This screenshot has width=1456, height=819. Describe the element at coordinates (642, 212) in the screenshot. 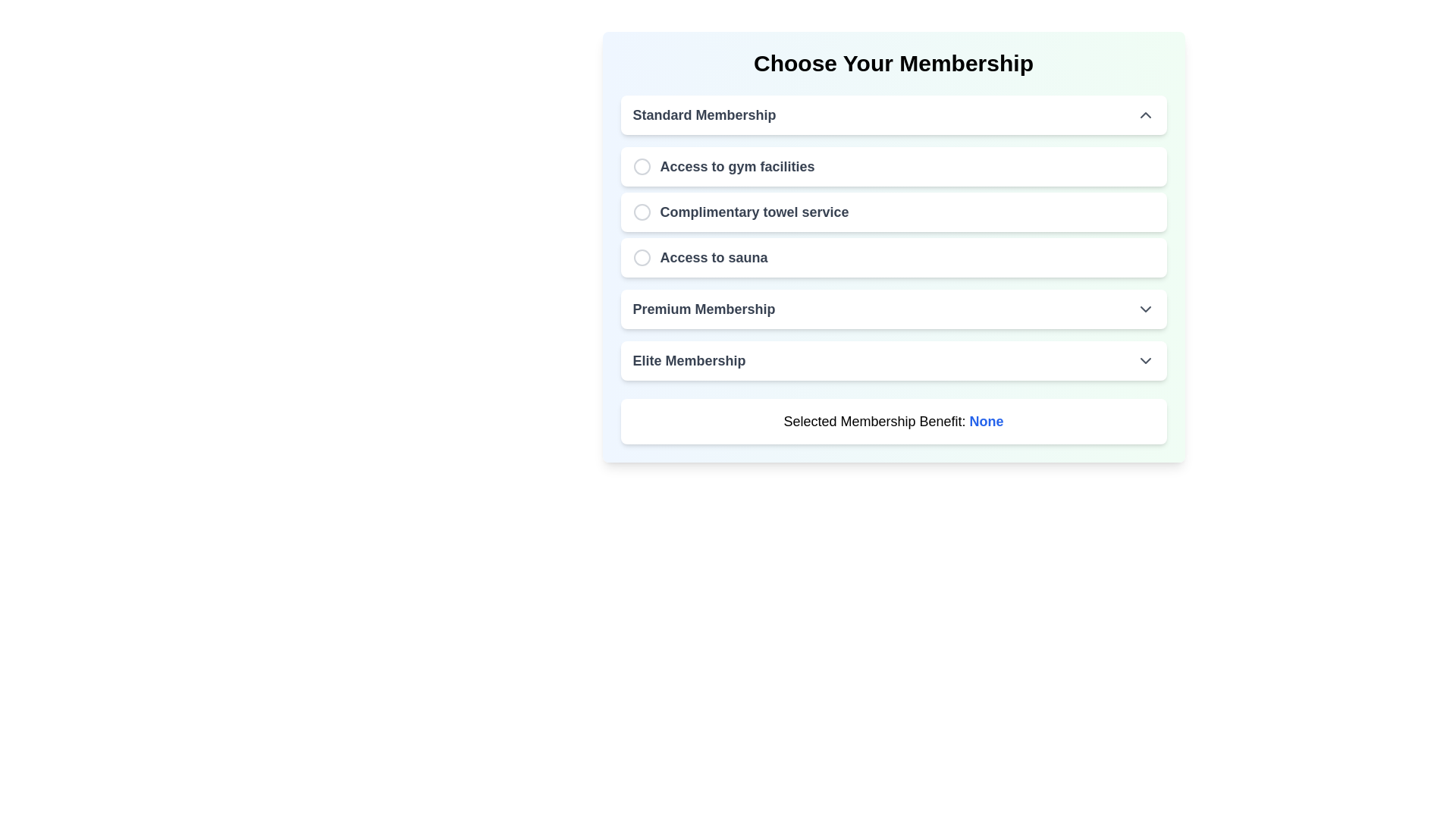

I see `the unselected radio button icon for the 'Complimentary towel service' option located under the 'Standard Membership' section` at that location.